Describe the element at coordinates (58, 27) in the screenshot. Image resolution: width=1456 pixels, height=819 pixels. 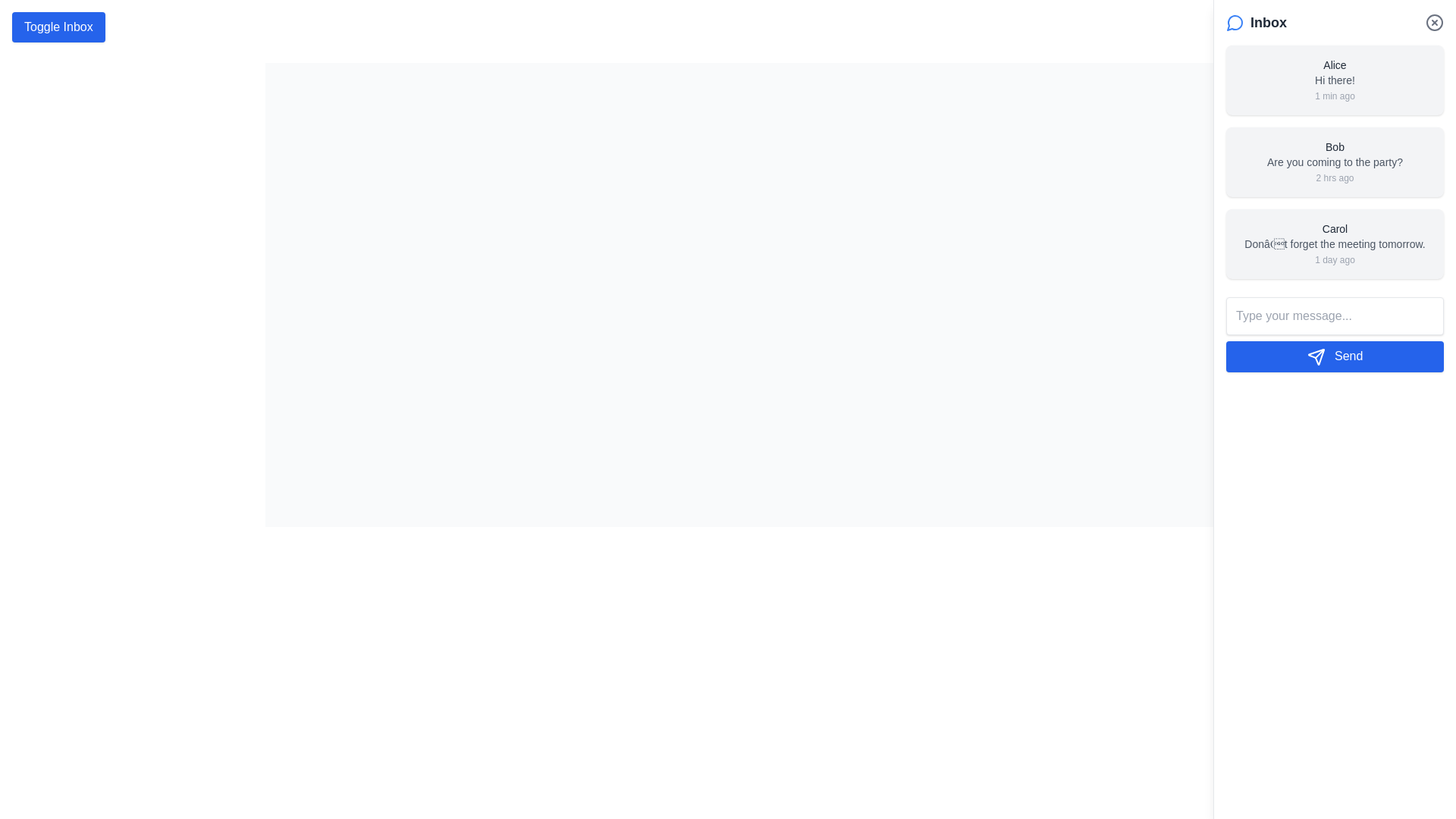
I see `the toggle button that changes the visibility of the inbox section to change its background color` at that location.